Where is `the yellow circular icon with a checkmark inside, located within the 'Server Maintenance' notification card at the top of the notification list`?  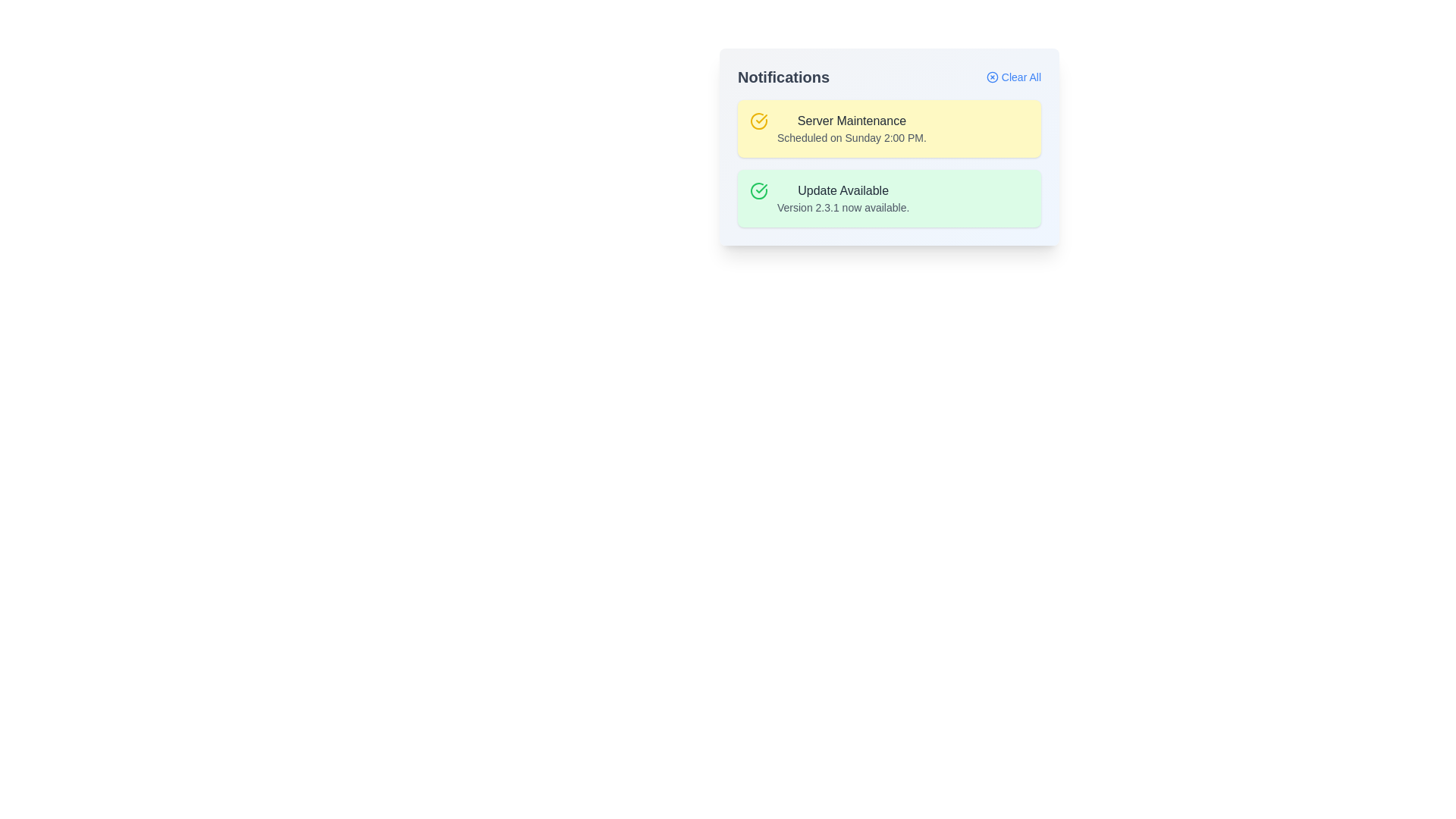
the yellow circular icon with a checkmark inside, located within the 'Server Maintenance' notification card at the top of the notification list is located at coordinates (759, 120).